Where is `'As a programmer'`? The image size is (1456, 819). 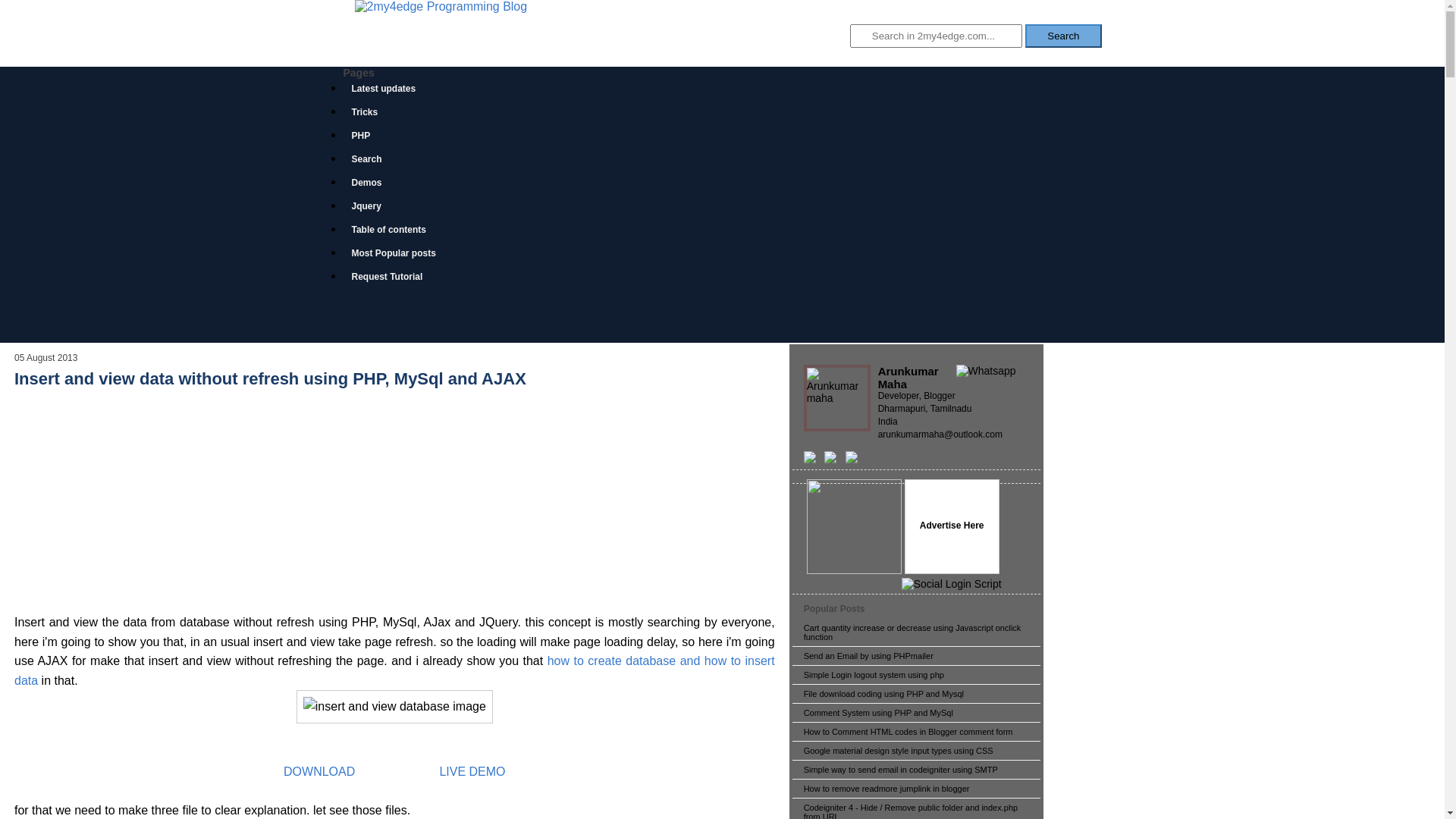
'As a programmer' is located at coordinates (854, 526).